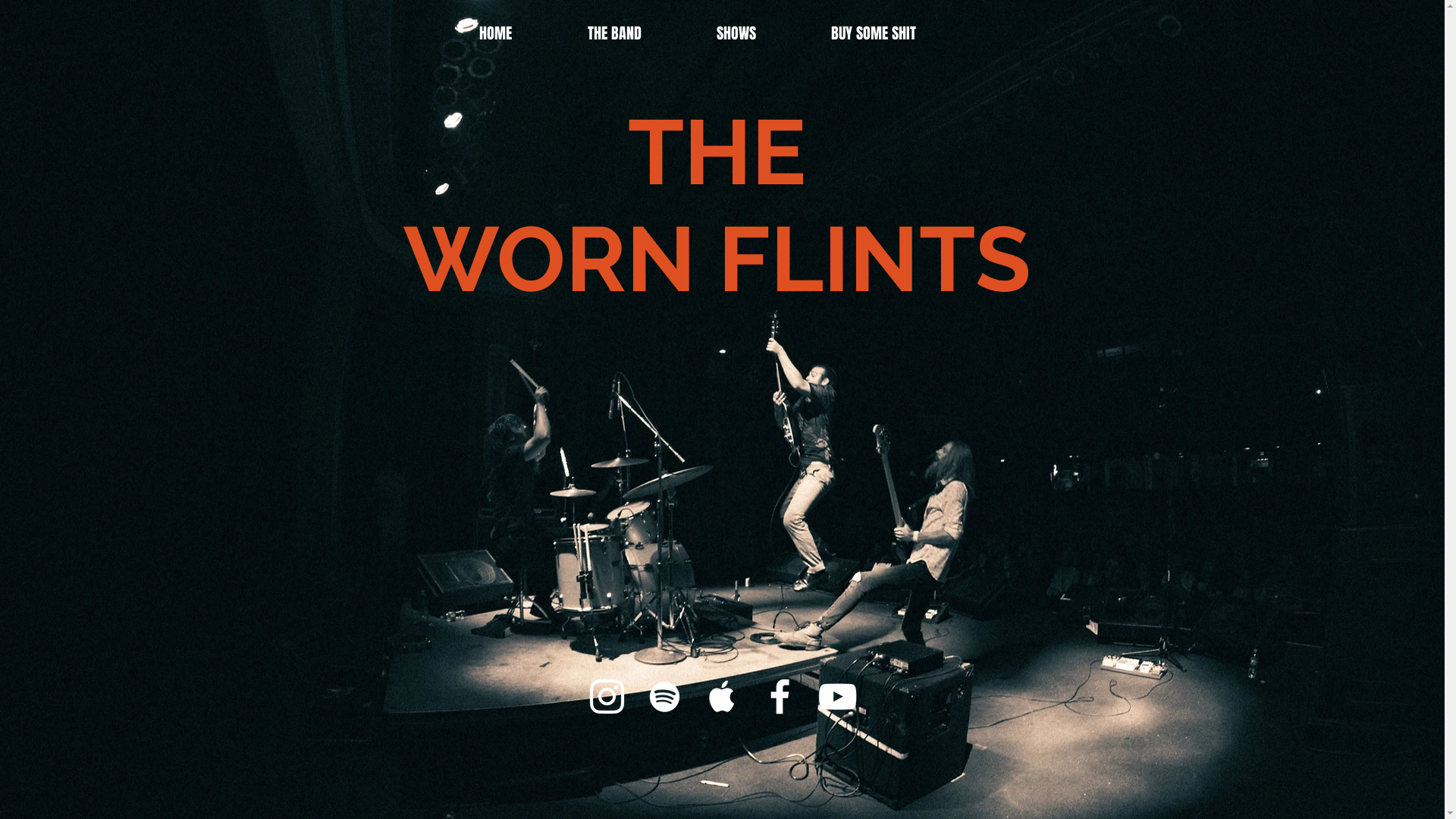  I want to click on 'BUY SOME SHIT', so click(899, 30).